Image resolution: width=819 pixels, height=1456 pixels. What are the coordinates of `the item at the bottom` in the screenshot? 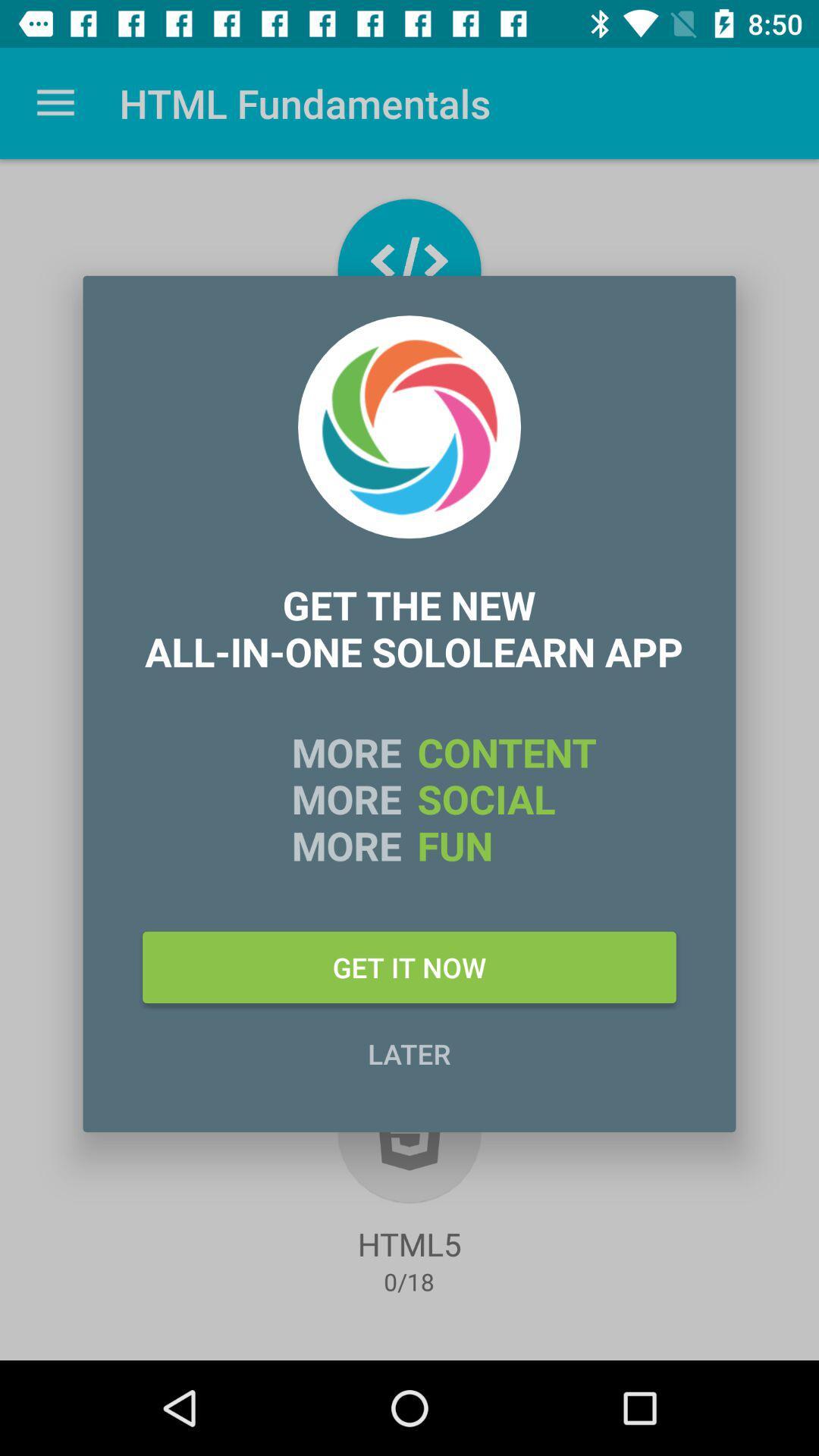 It's located at (409, 1053).